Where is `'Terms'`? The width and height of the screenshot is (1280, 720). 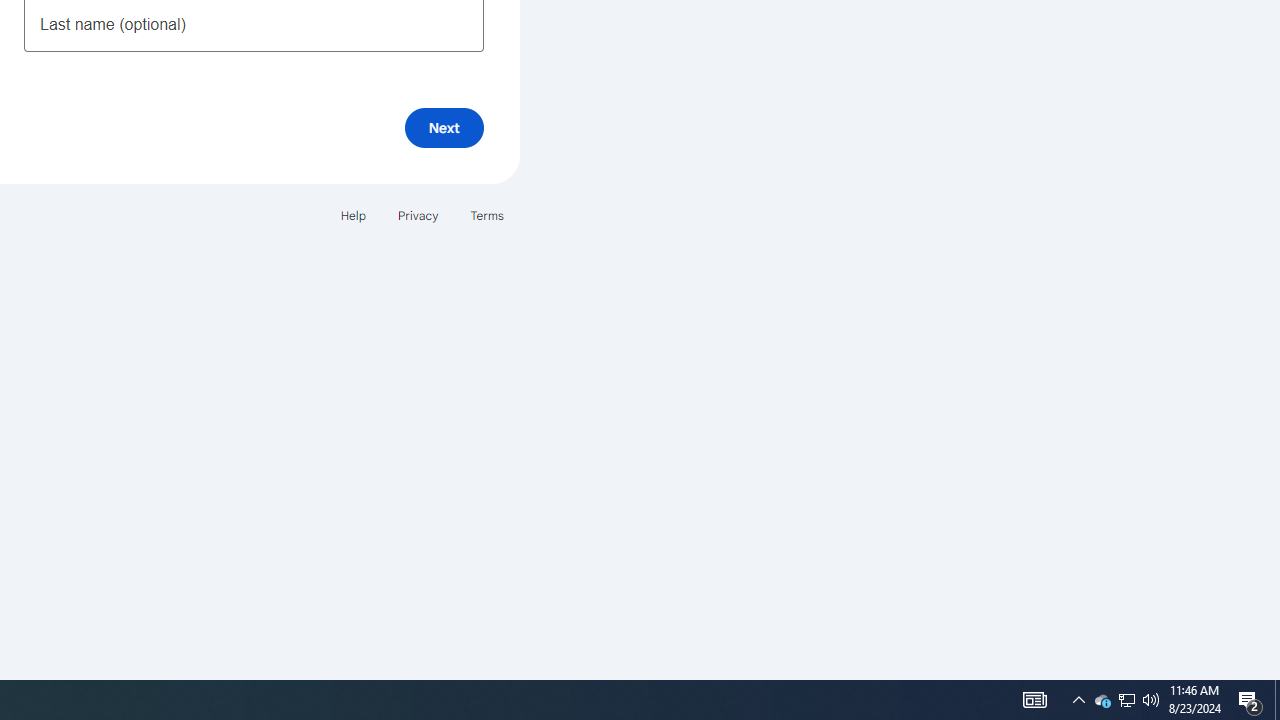
'Terms' is located at coordinates (487, 215).